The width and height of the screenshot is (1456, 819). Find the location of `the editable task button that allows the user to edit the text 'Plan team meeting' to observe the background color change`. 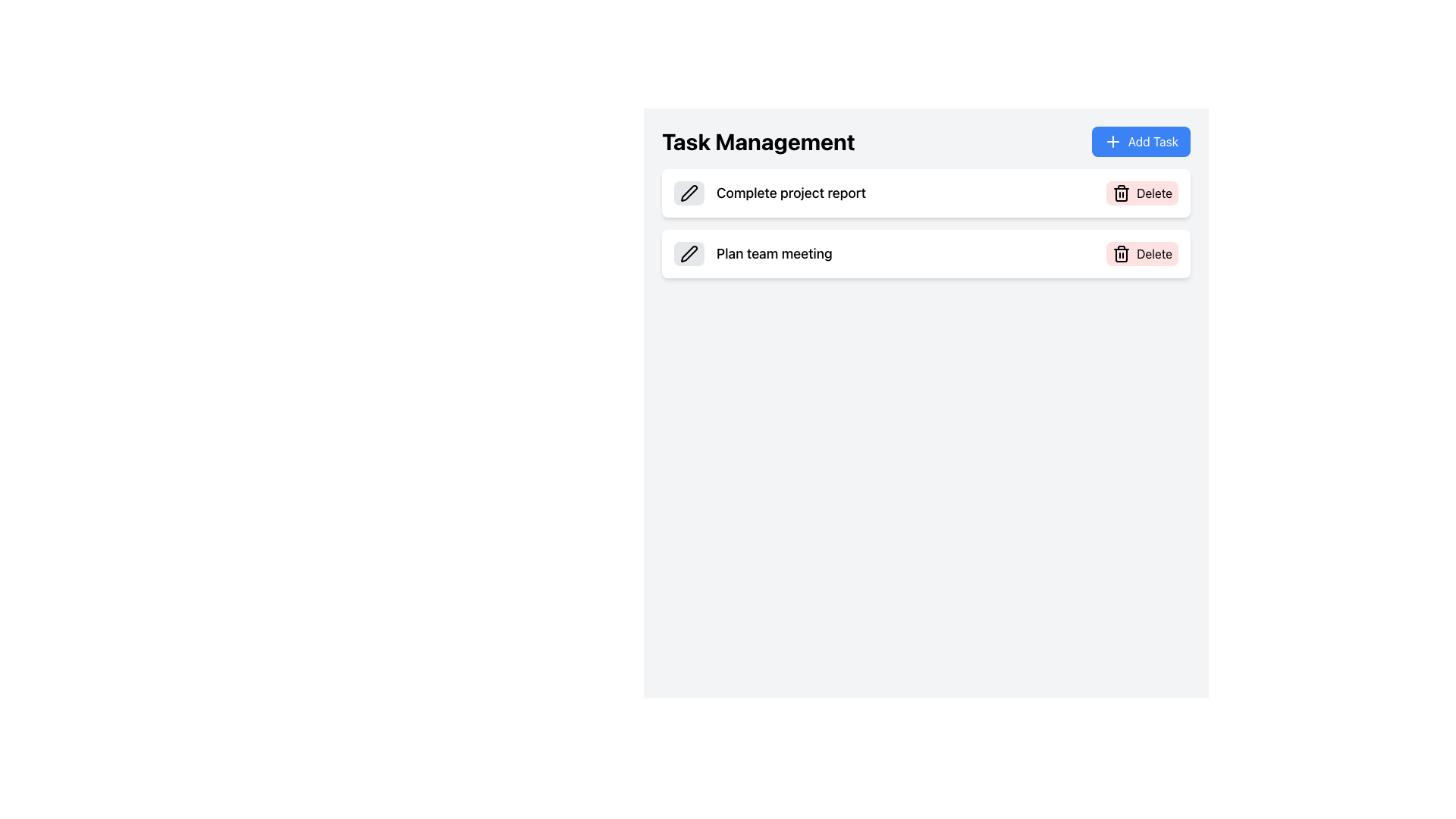

the editable task button that allows the user to edit the text 'Plan team meeting' to observe the background color change is located at coordinates (688, 253).